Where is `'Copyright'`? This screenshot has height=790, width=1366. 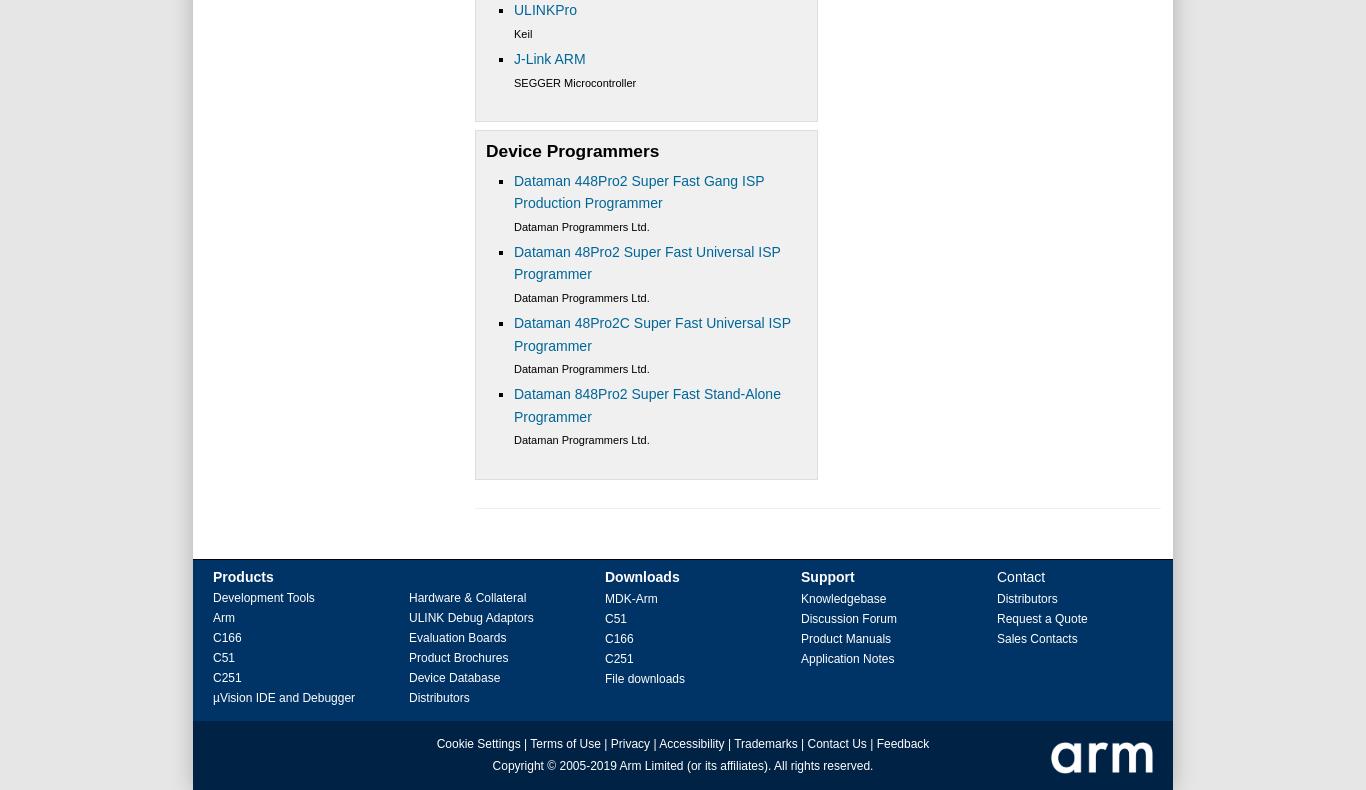
'Copyright' is located at coordinates (517, 765).